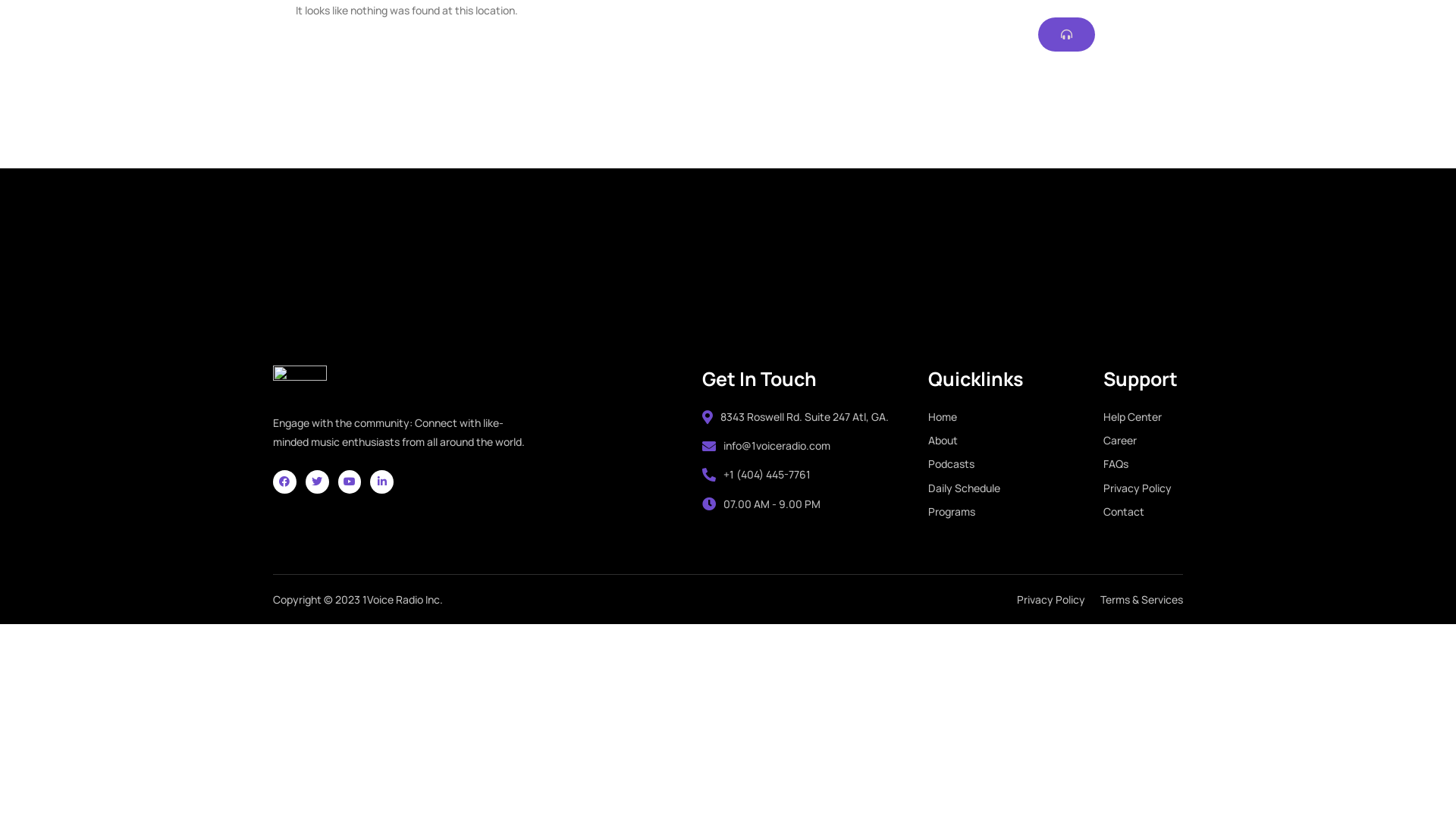 The width and height of the screenshot is (1456, 819). I want to click on '+1 (404) 445-7761', so click(701, 473).